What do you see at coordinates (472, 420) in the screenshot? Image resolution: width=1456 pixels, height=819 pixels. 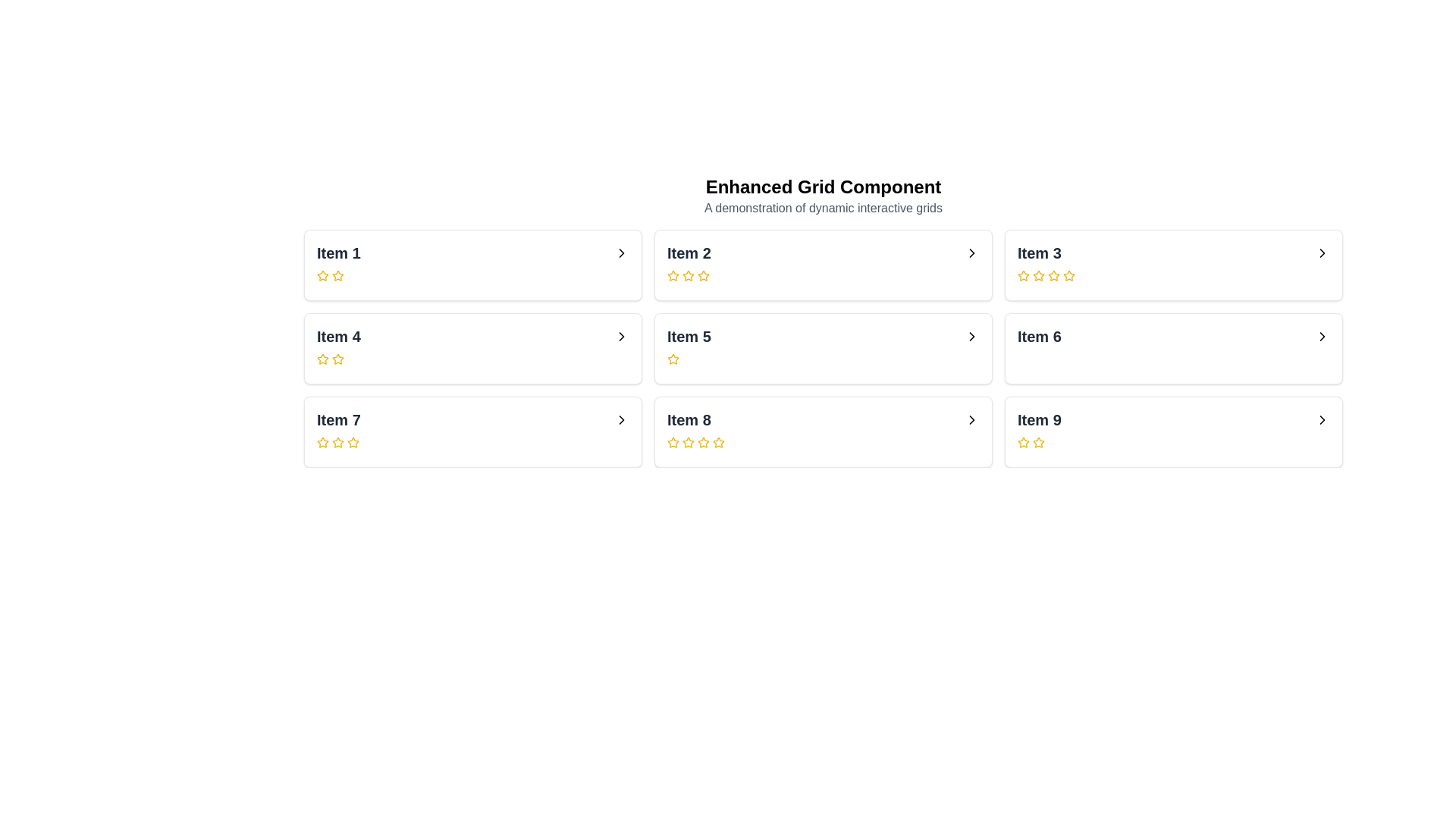 I see `the header labeled 'Item 7' for keyboard interaction by clicking on it` at bounding box center [472, 420].